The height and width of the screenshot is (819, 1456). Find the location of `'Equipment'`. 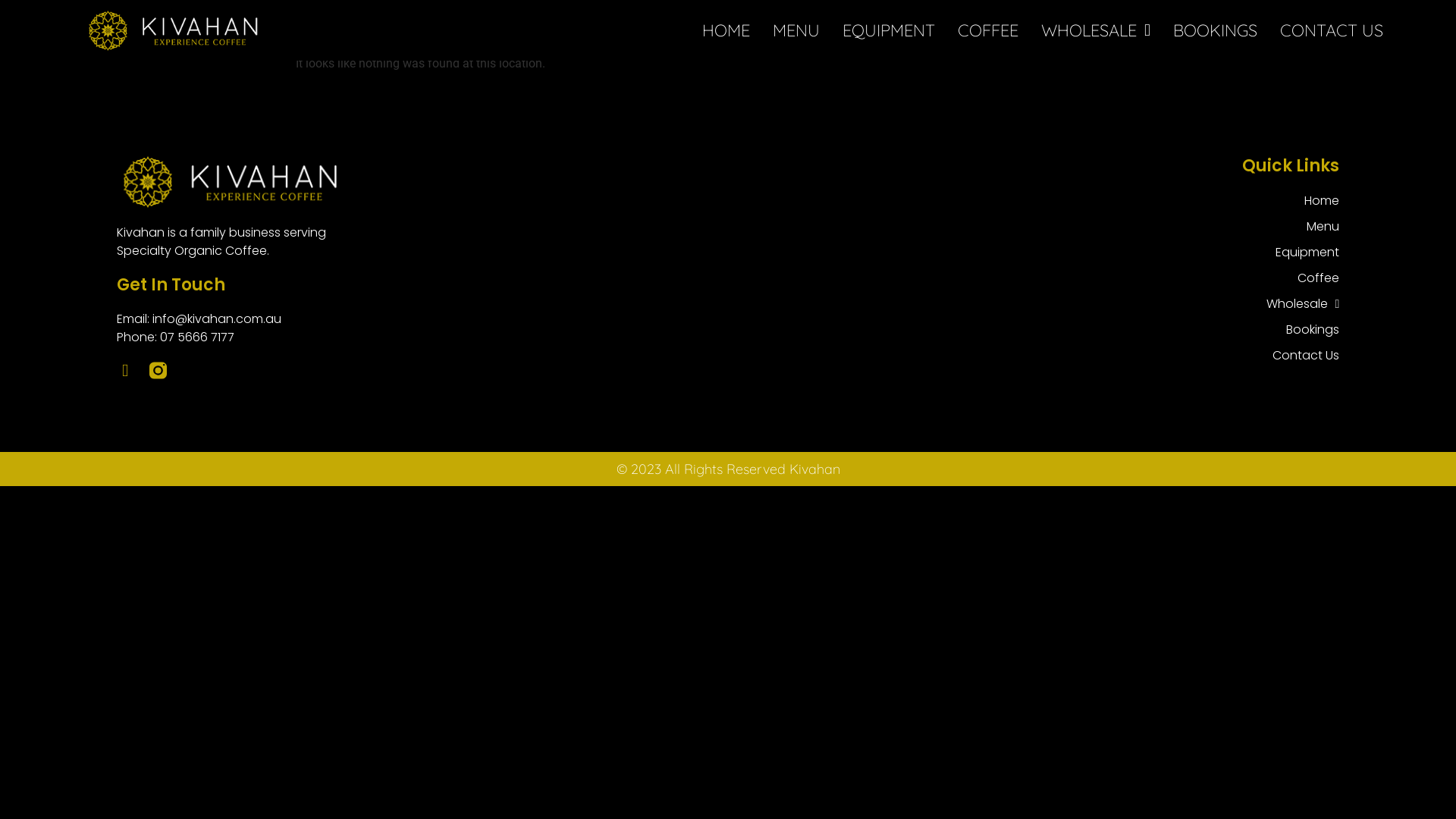

'Equipment' is located at coordinates (1266, 251).